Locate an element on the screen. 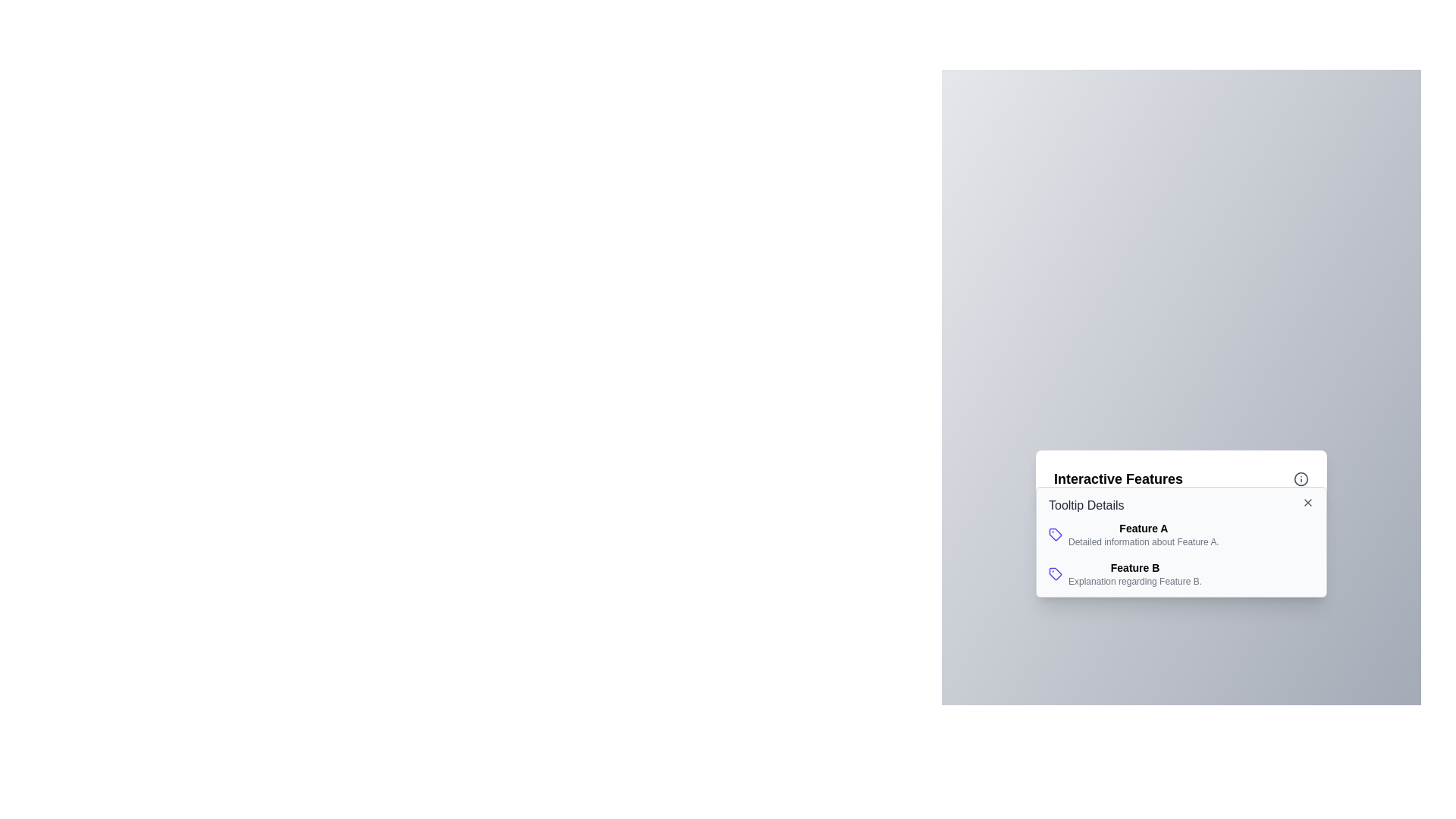 The height and width of the screenshot is (819, 1456). the informational icon located on the right side of the title 'Interactive Features' in the top-right corner of the main panel for accessibility purposes is located at coordinates (1301, 479).